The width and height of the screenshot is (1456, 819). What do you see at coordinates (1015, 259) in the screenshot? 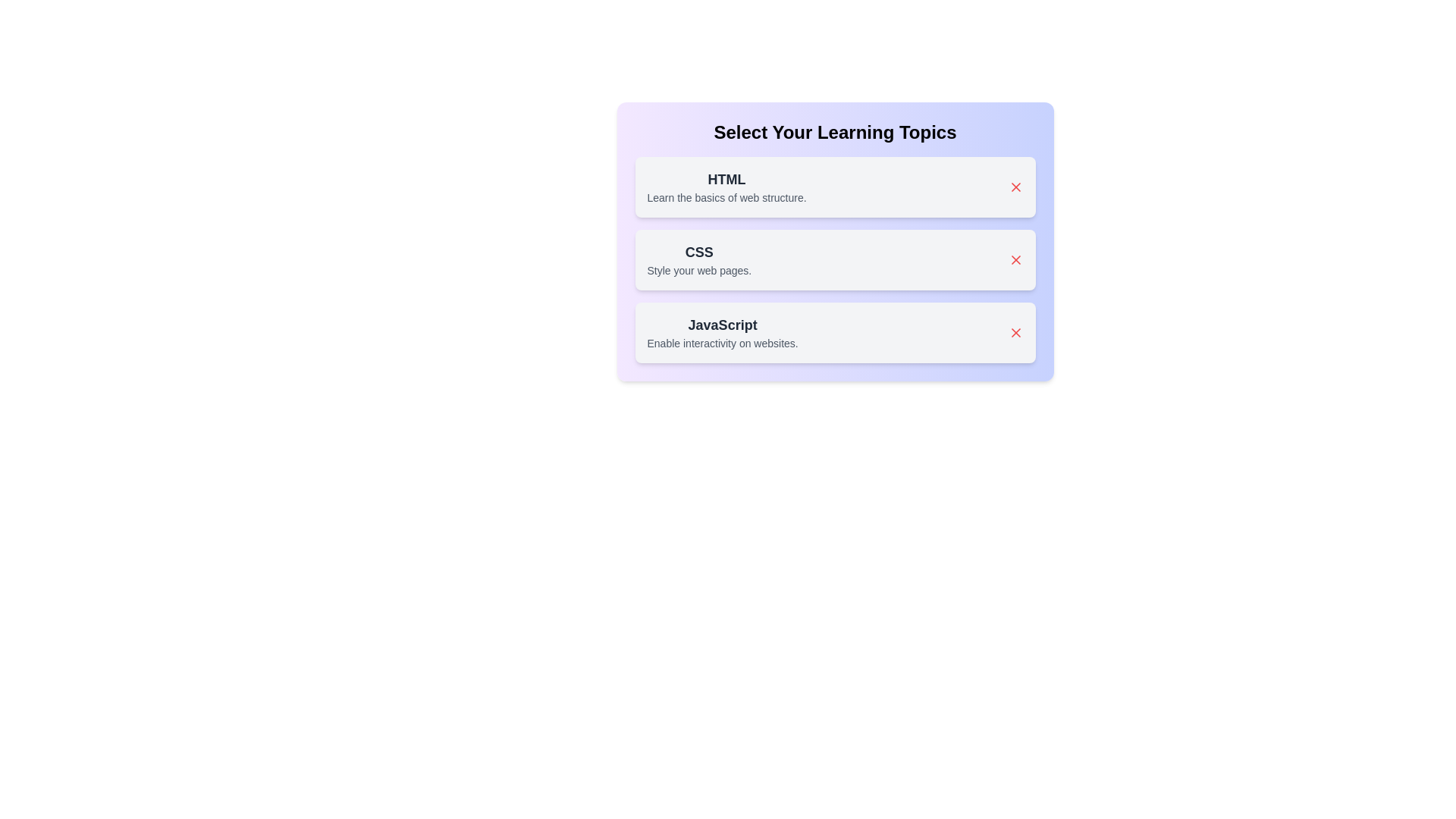
I see `red X button to remove the topic CSS` at bounding box center [1015, 259].